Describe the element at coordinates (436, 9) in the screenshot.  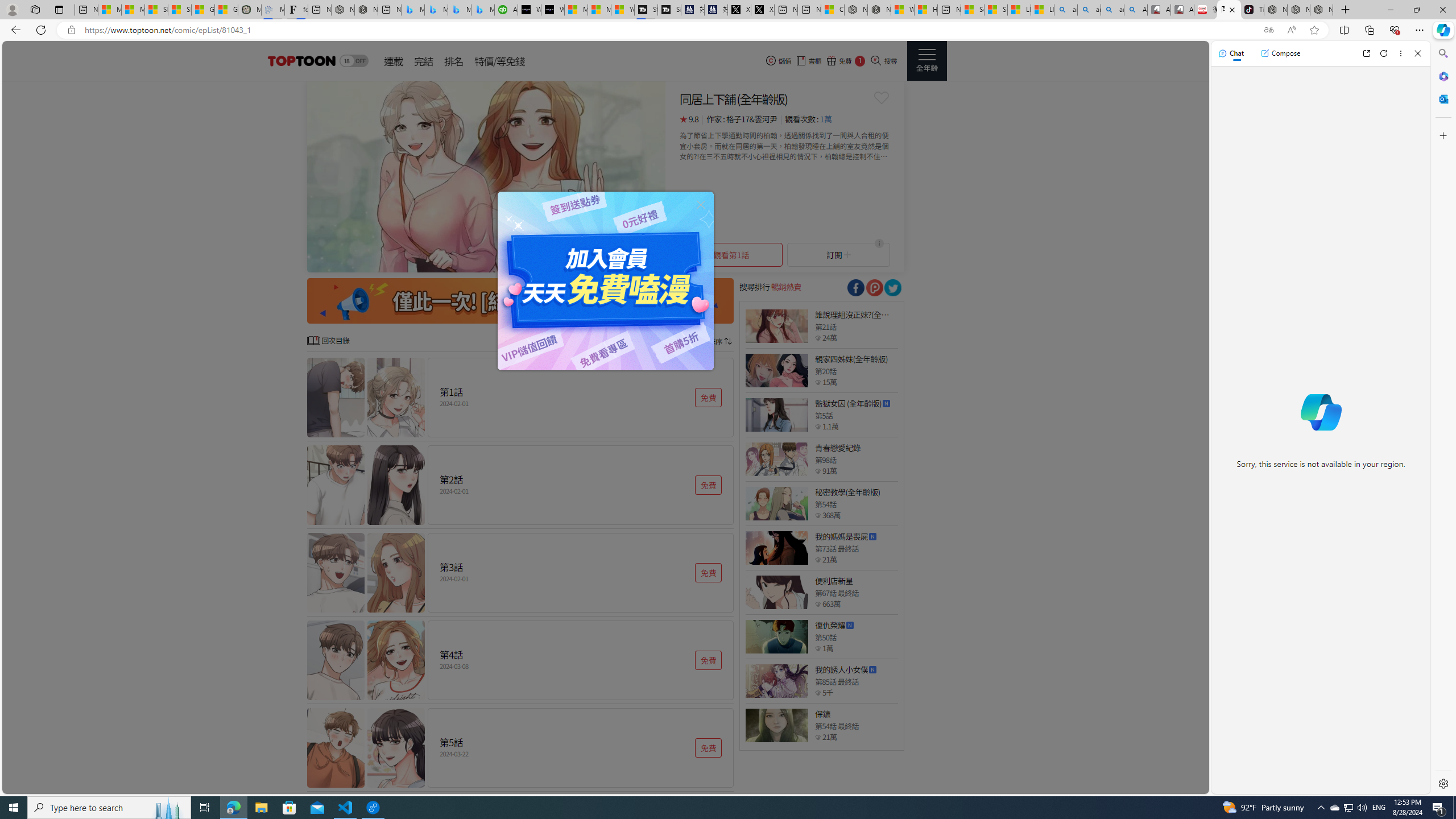
I see `'Microsoft Bing Travel - Stays in Bangkok, Bangkok, Thailand'` at that location.